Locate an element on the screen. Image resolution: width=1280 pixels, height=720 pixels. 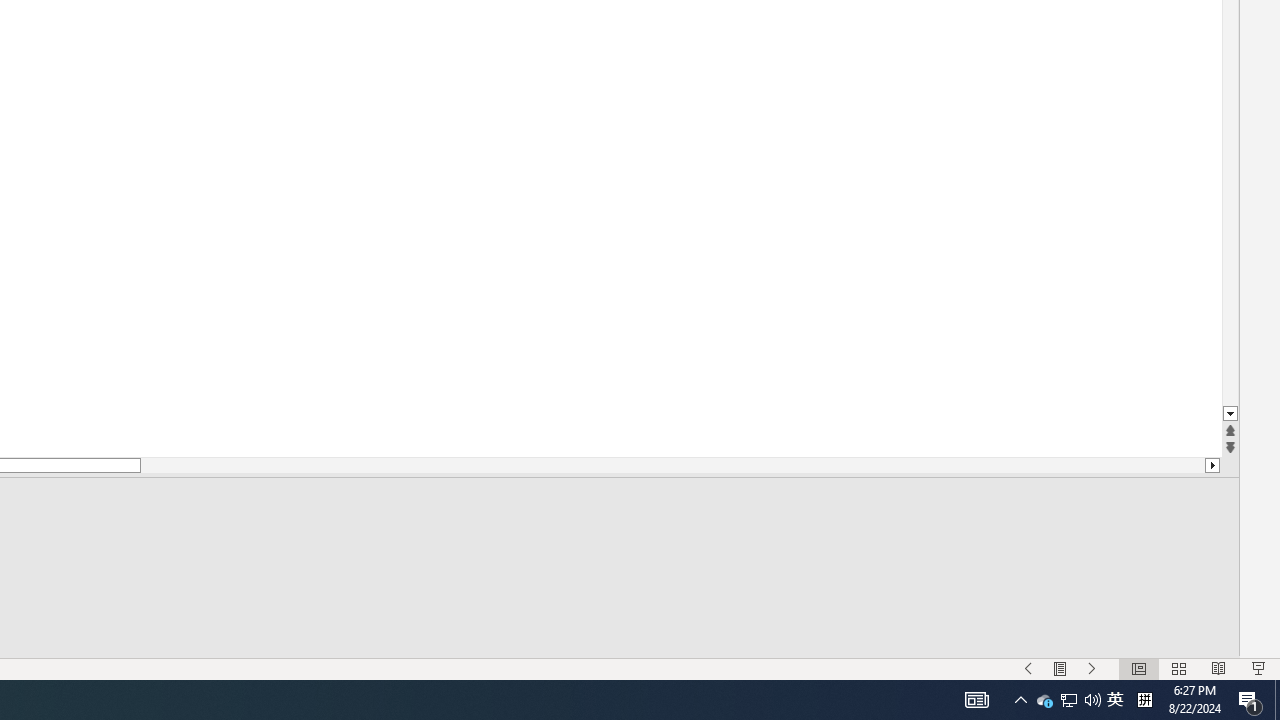
'Slide Show Next On' is located at coordinates (1114, 698).